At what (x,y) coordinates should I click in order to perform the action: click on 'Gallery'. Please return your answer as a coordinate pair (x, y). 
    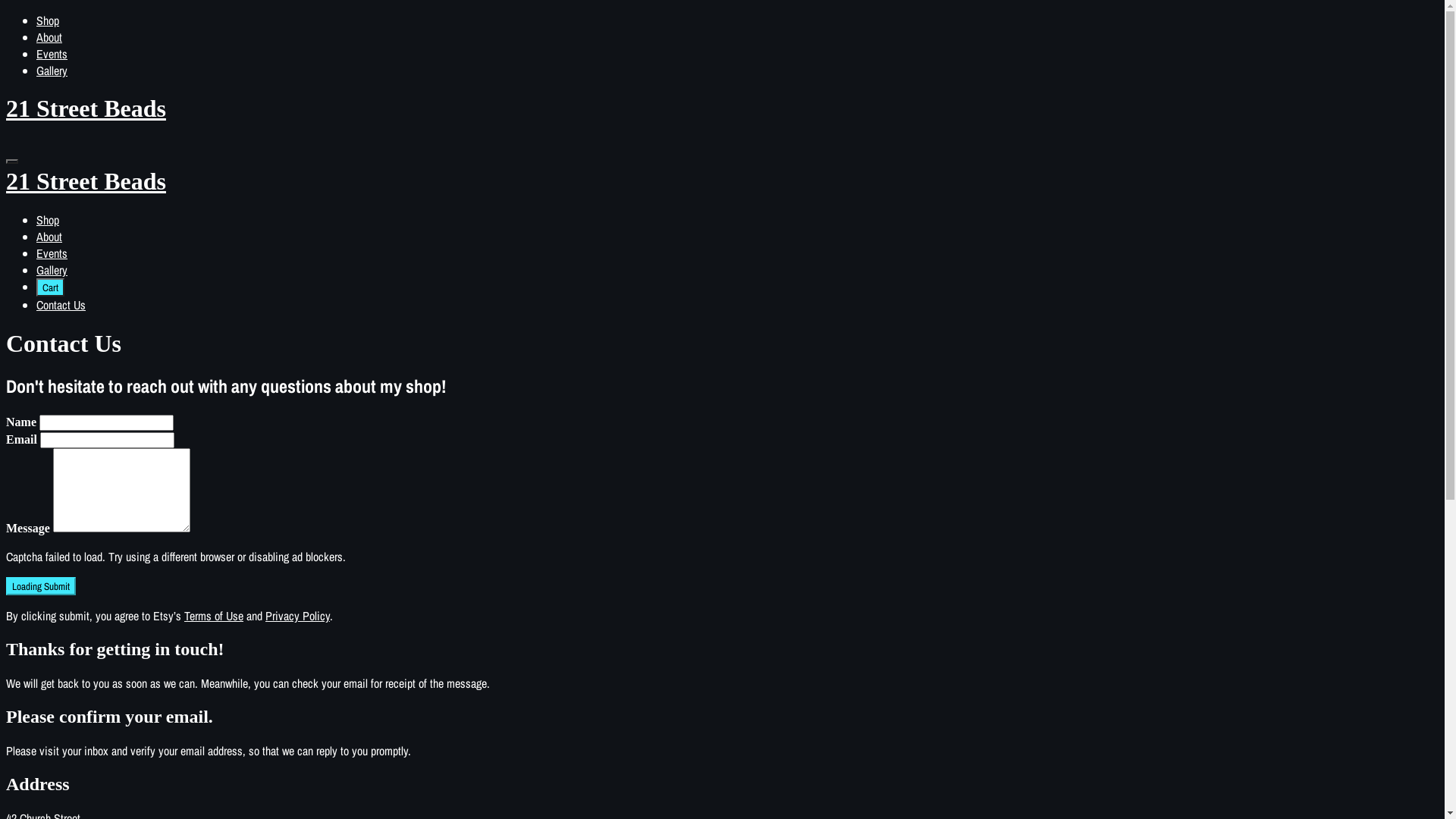
    Looking at the image, I should click on (36, 70).